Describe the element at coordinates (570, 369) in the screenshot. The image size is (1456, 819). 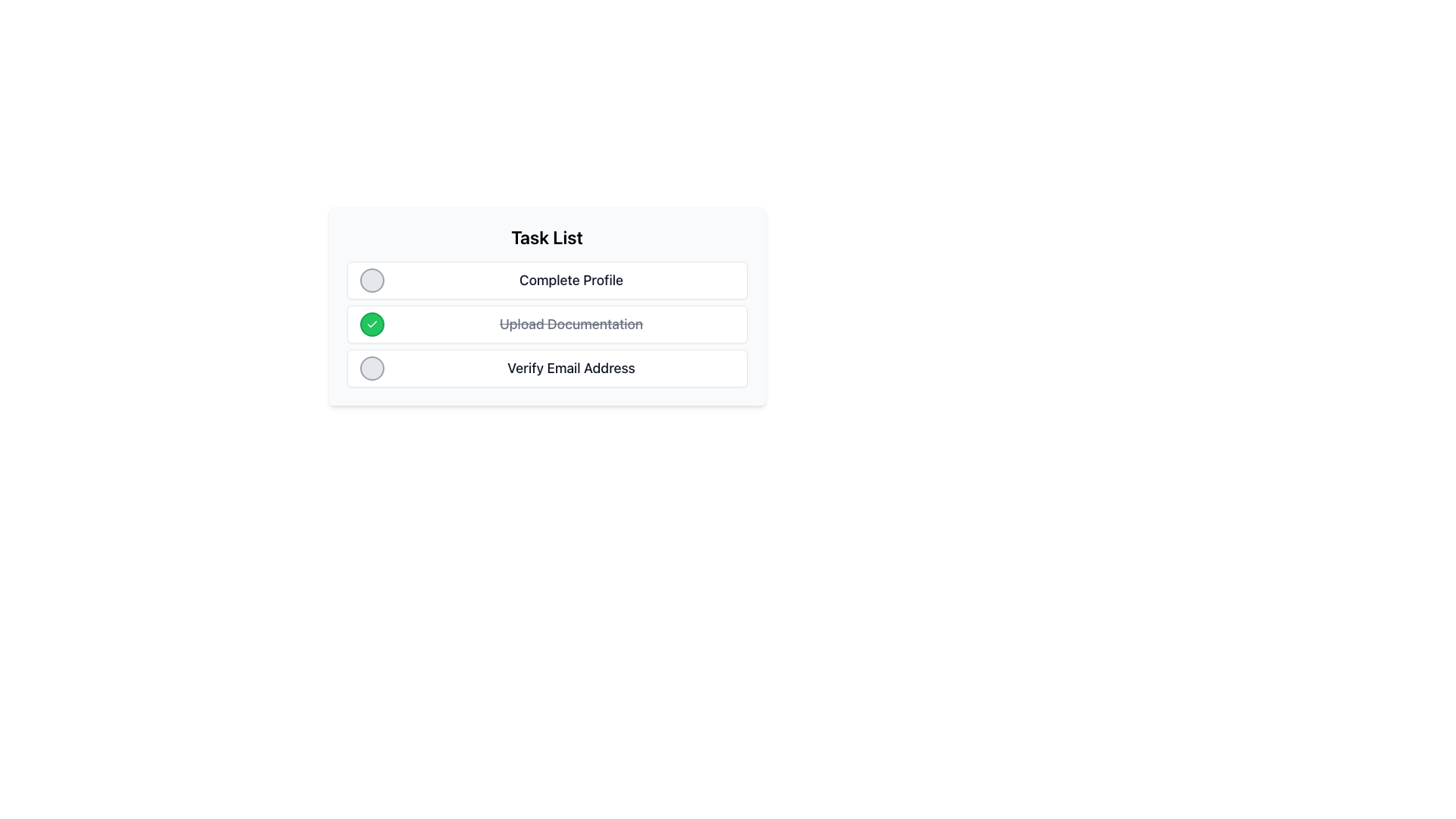
I see `the non-interactive text label that describes the task 'Verify Email Address', located beneath the 'Upload Documentation' task in the task list` at that location.